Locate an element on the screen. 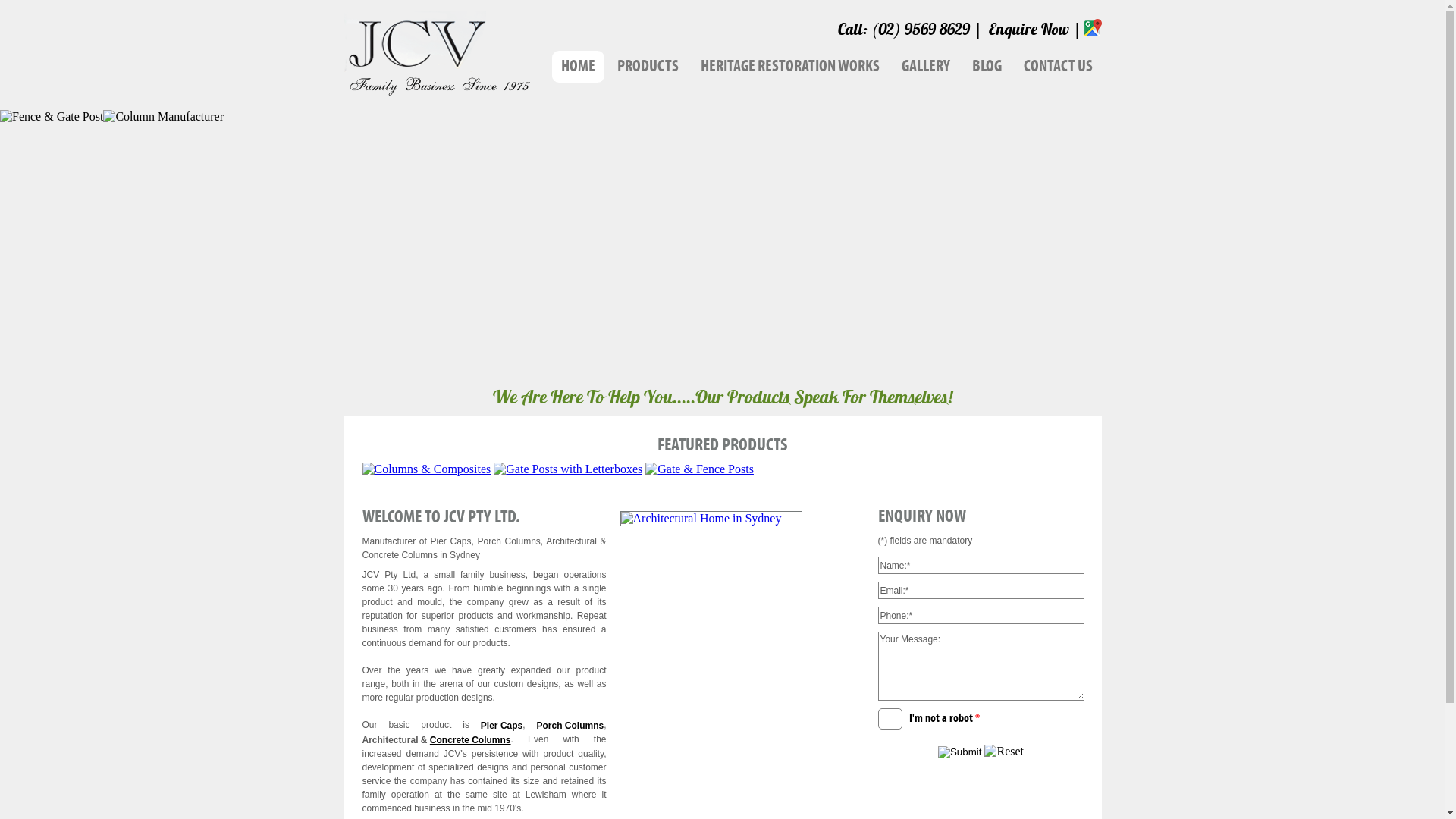  'CONTACT US' is located at coordinates (1057, 66).